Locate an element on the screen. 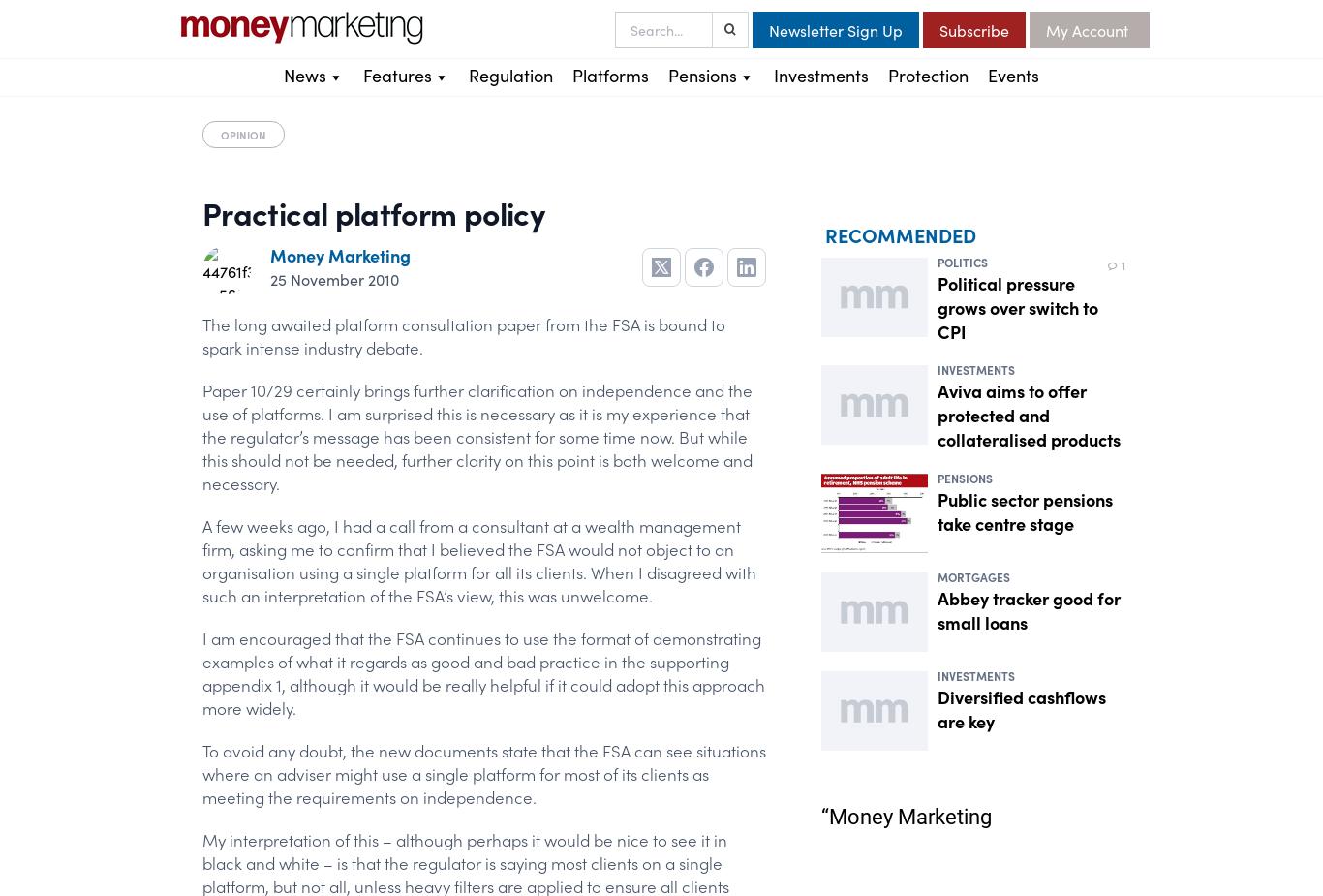  'Aviva aims to offer protected and collateralised products' is located at coordinates (1028, 414).